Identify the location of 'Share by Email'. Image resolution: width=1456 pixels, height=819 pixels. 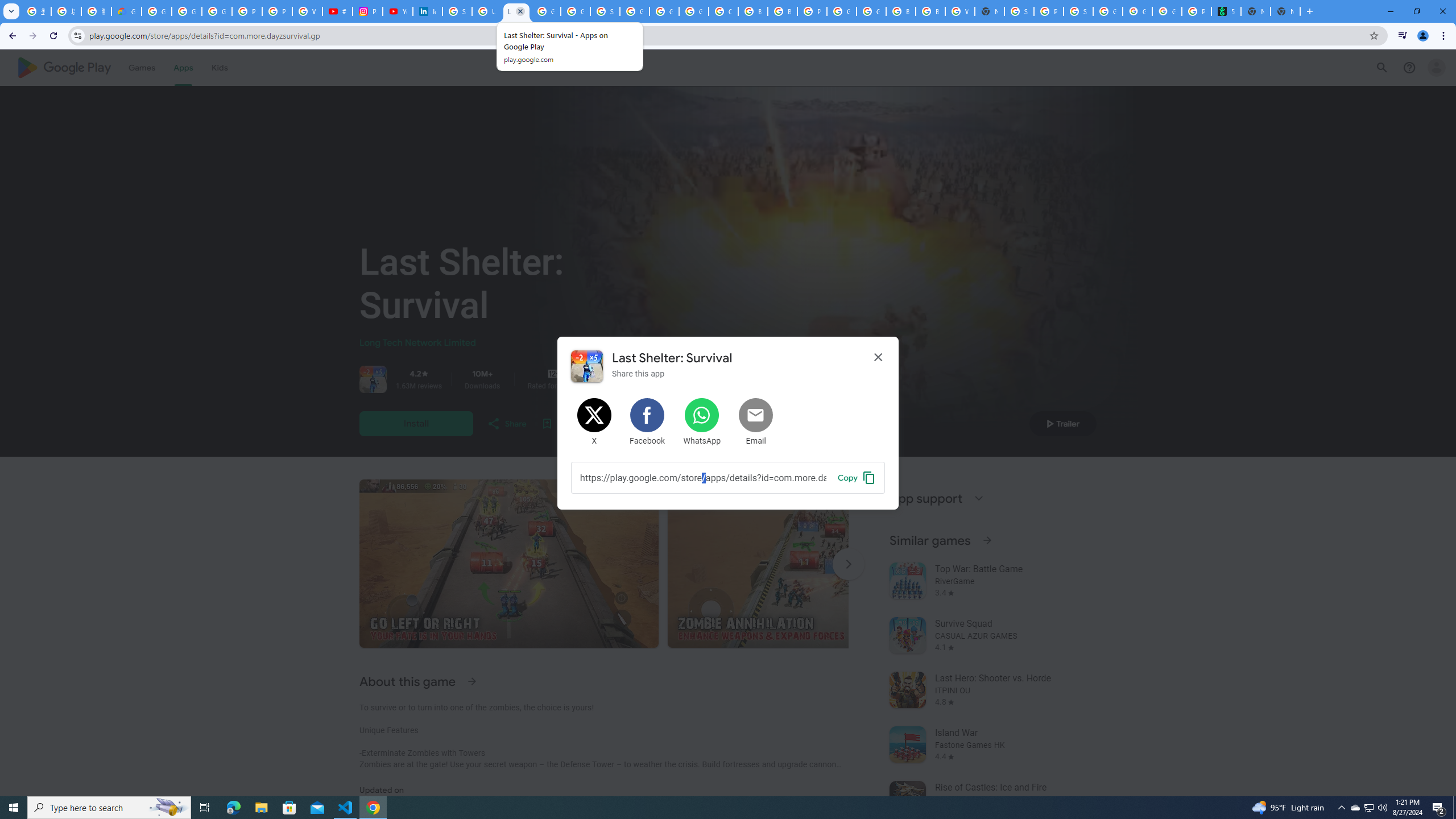
(755, 422).